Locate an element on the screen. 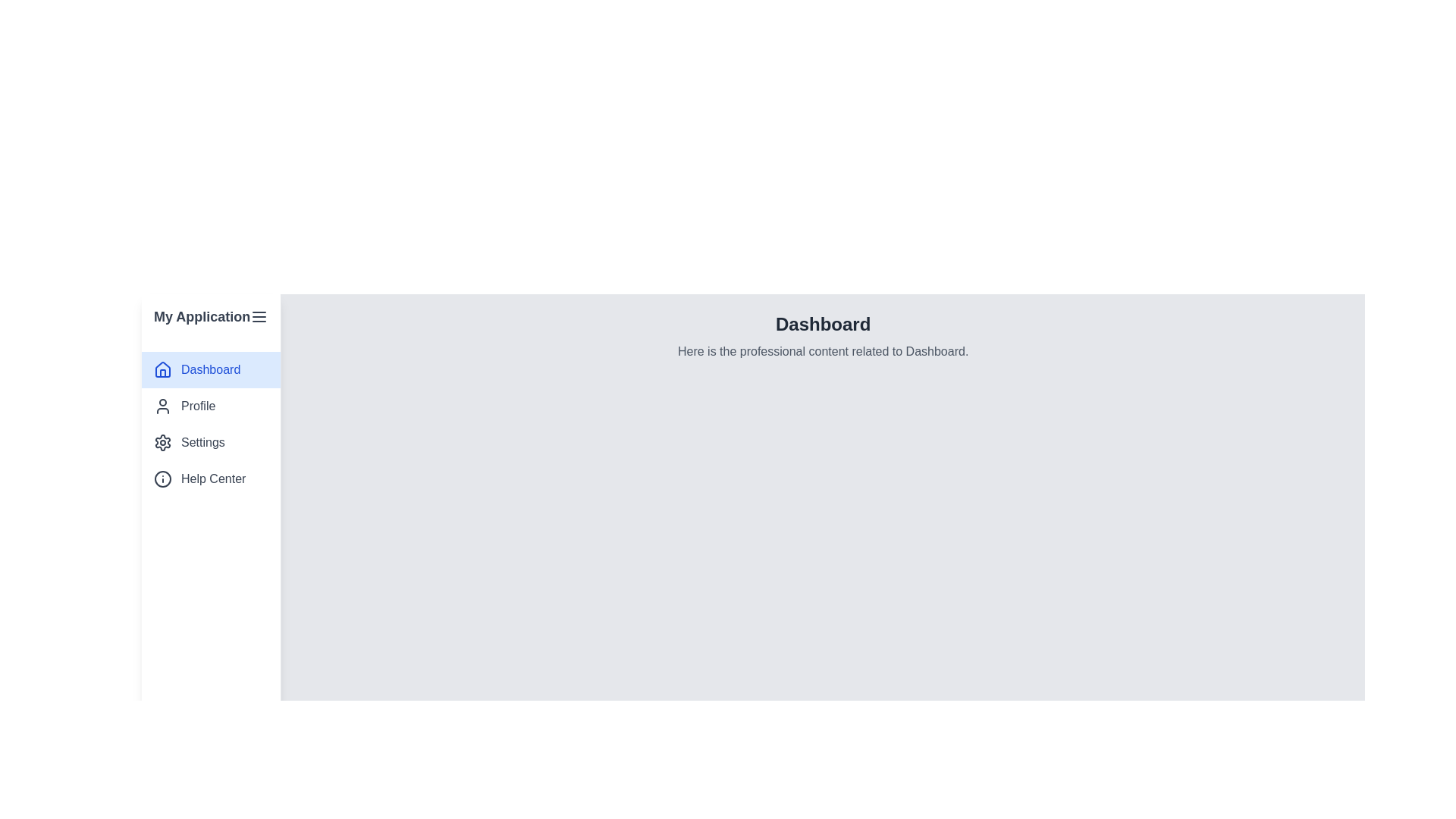 The width and height of the screenshot is (1456, 819). the profile icon, which is a simplistic user figure located to the left of the 'Profile' text label in the left vertical sidebar is located at coordinates (163, 406).